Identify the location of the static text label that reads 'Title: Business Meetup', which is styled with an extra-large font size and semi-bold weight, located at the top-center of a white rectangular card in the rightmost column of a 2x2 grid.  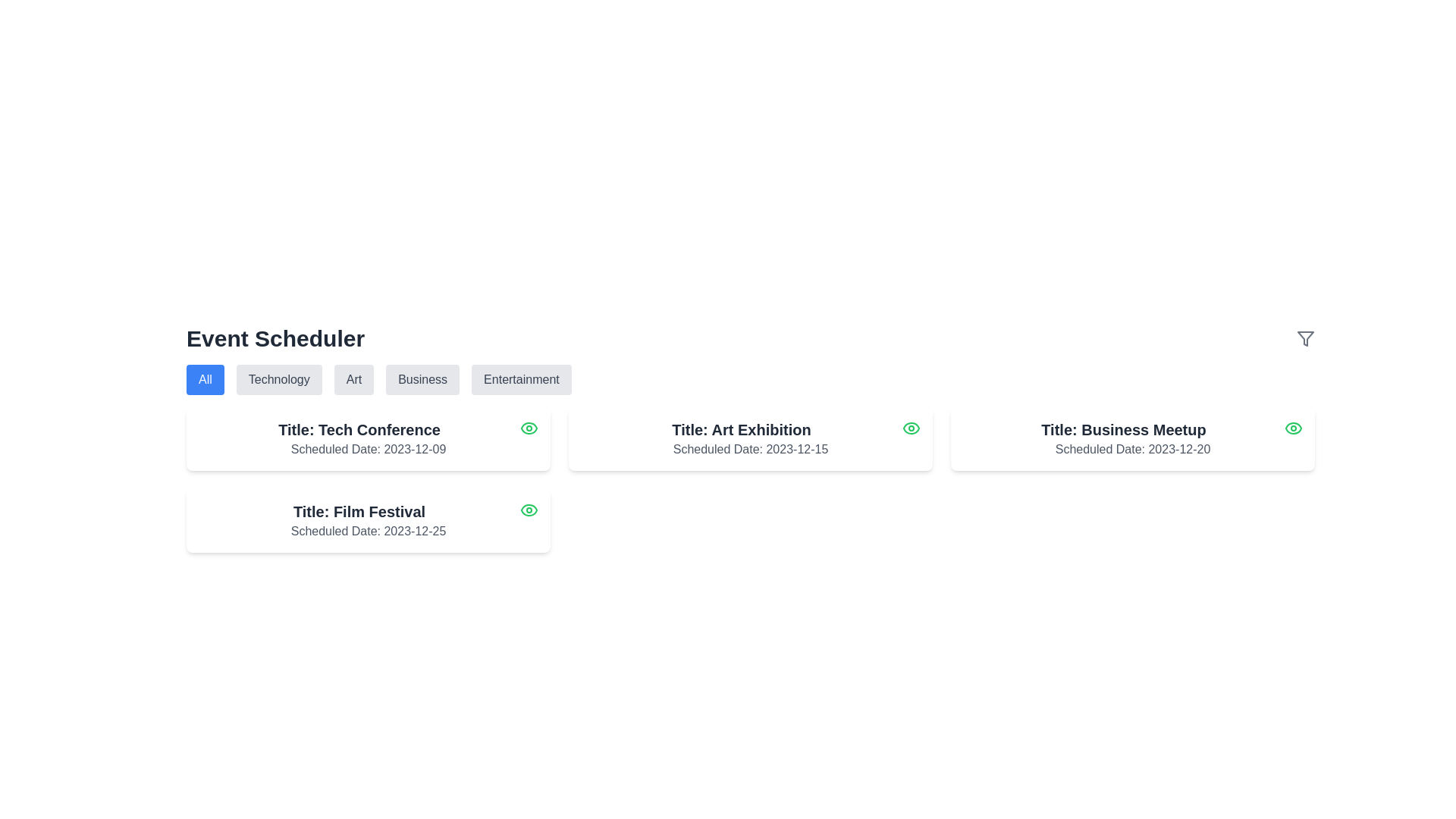
(1132, 430).